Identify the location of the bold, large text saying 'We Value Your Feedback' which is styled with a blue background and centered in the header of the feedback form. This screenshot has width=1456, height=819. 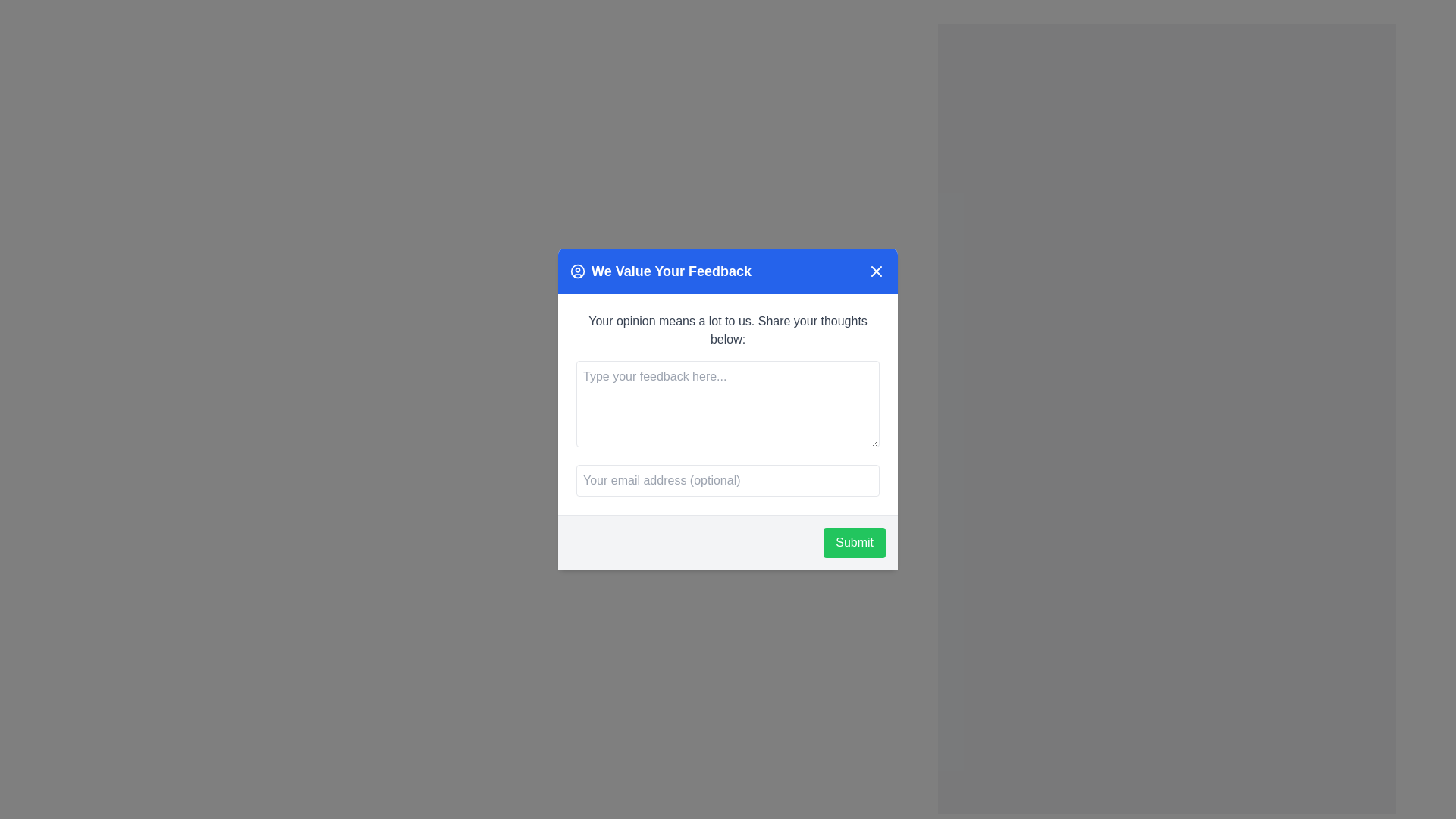
(670, 271).